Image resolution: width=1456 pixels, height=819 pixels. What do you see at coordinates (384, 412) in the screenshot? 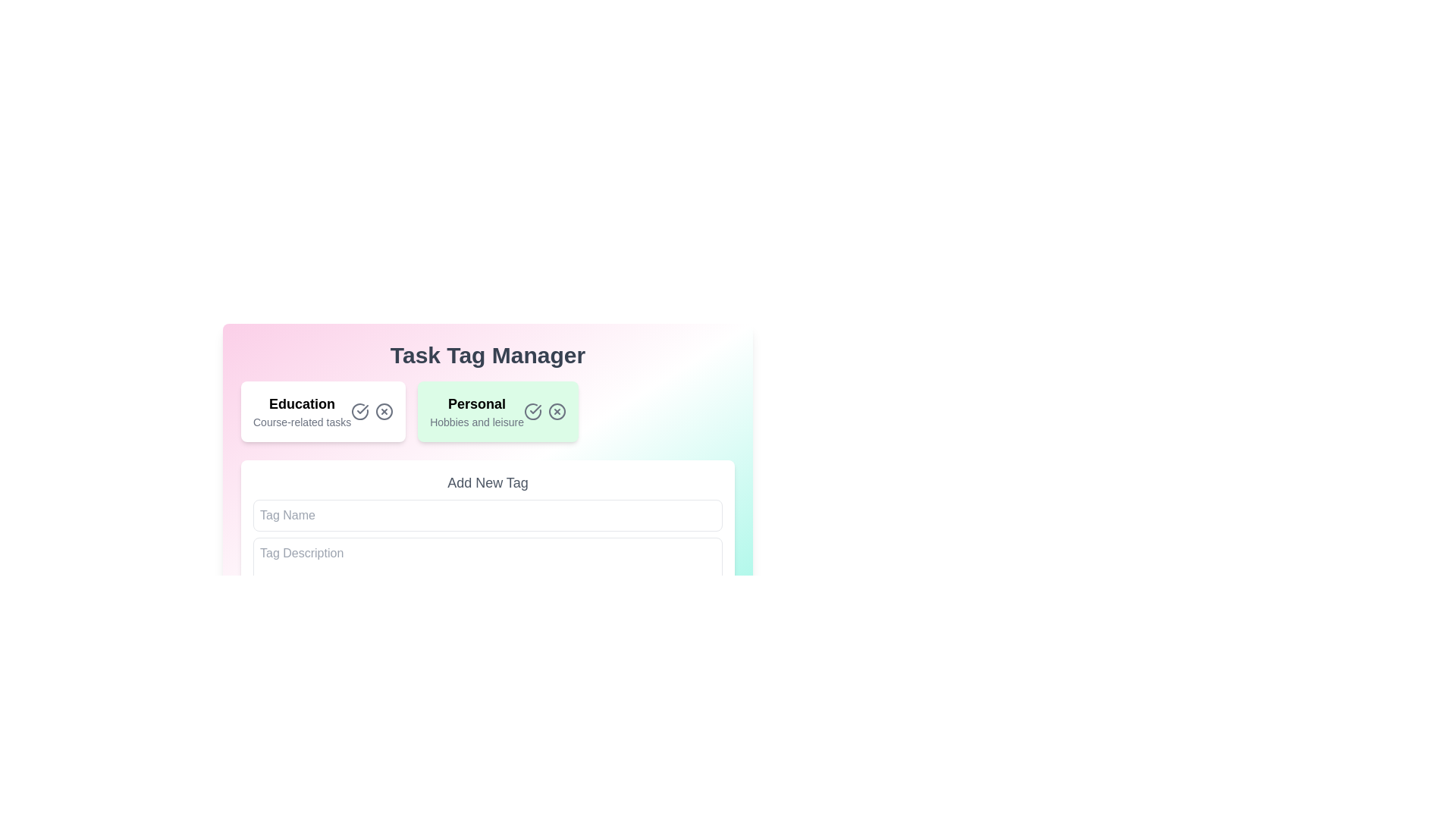
I see `the delete/remove icon located to the right of the 'Personal' tag block with a green background` at bounding box center [384, 412].